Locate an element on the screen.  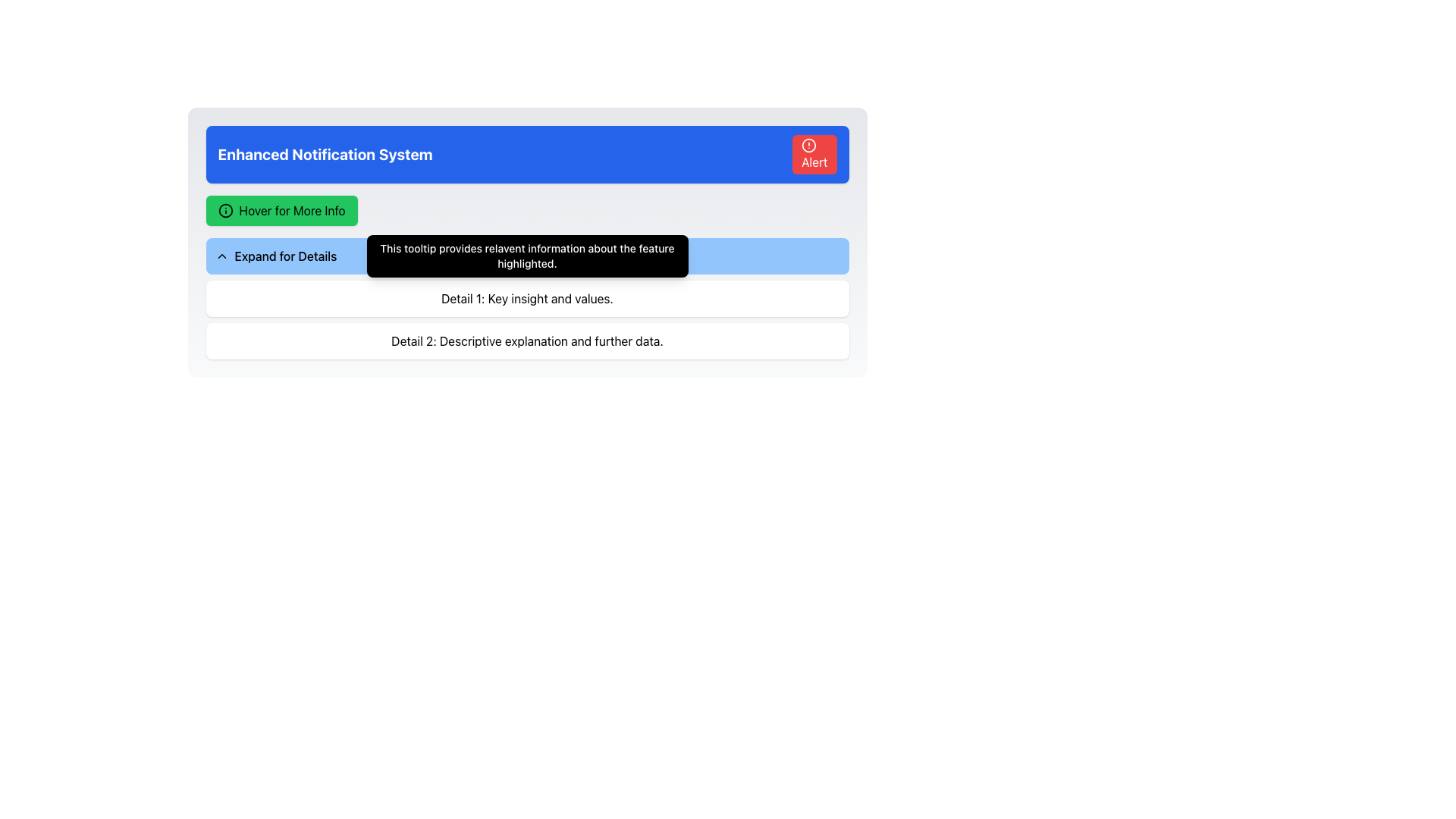
the information button located below the 'Enhanced Notification System' blue banner and above the 'Expand for Details' section is located at coordinates (281, 210).